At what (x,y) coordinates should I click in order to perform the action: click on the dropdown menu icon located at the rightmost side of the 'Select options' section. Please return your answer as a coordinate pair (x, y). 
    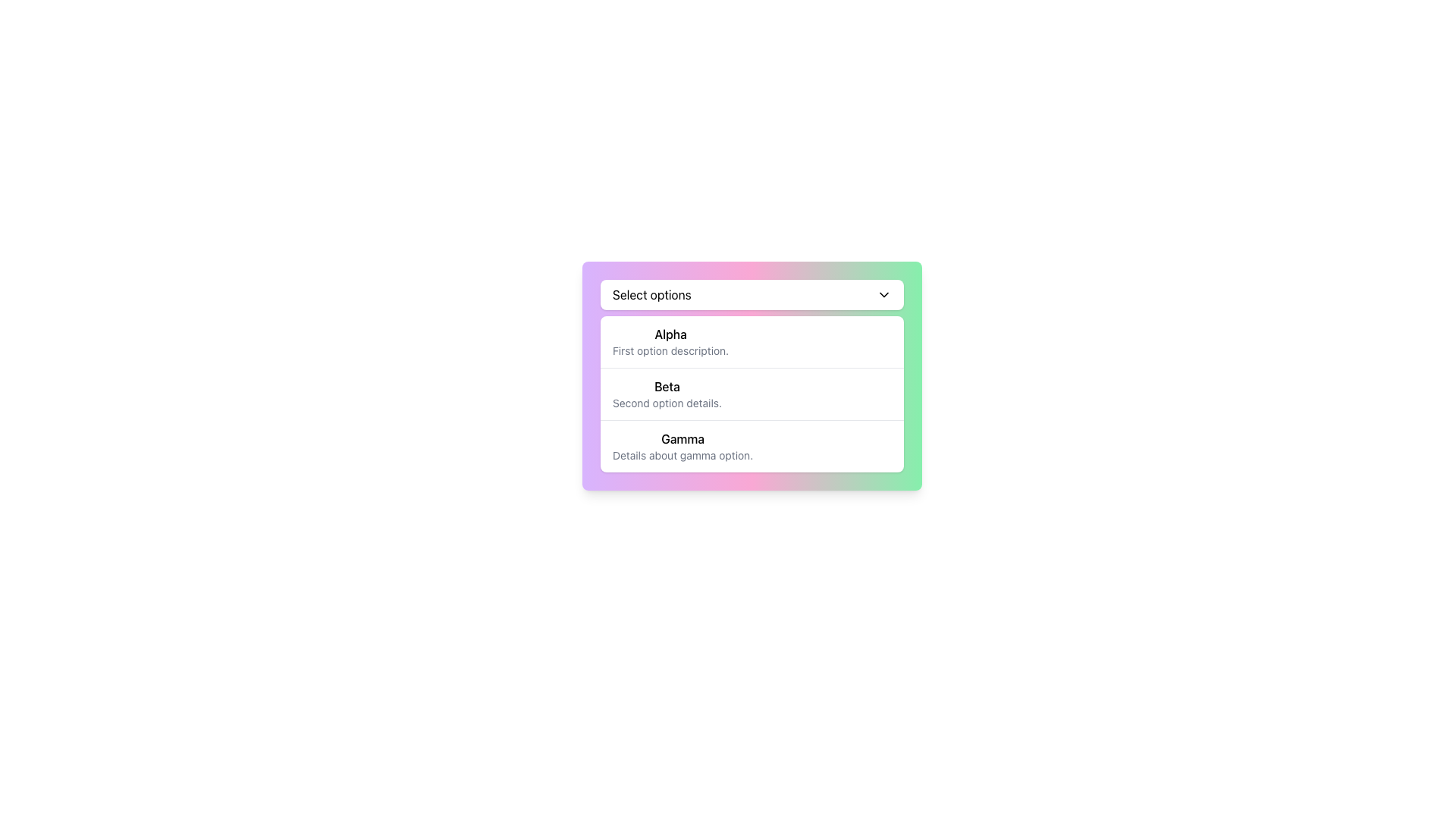
    Looking at the image, I should click on (884, 295).